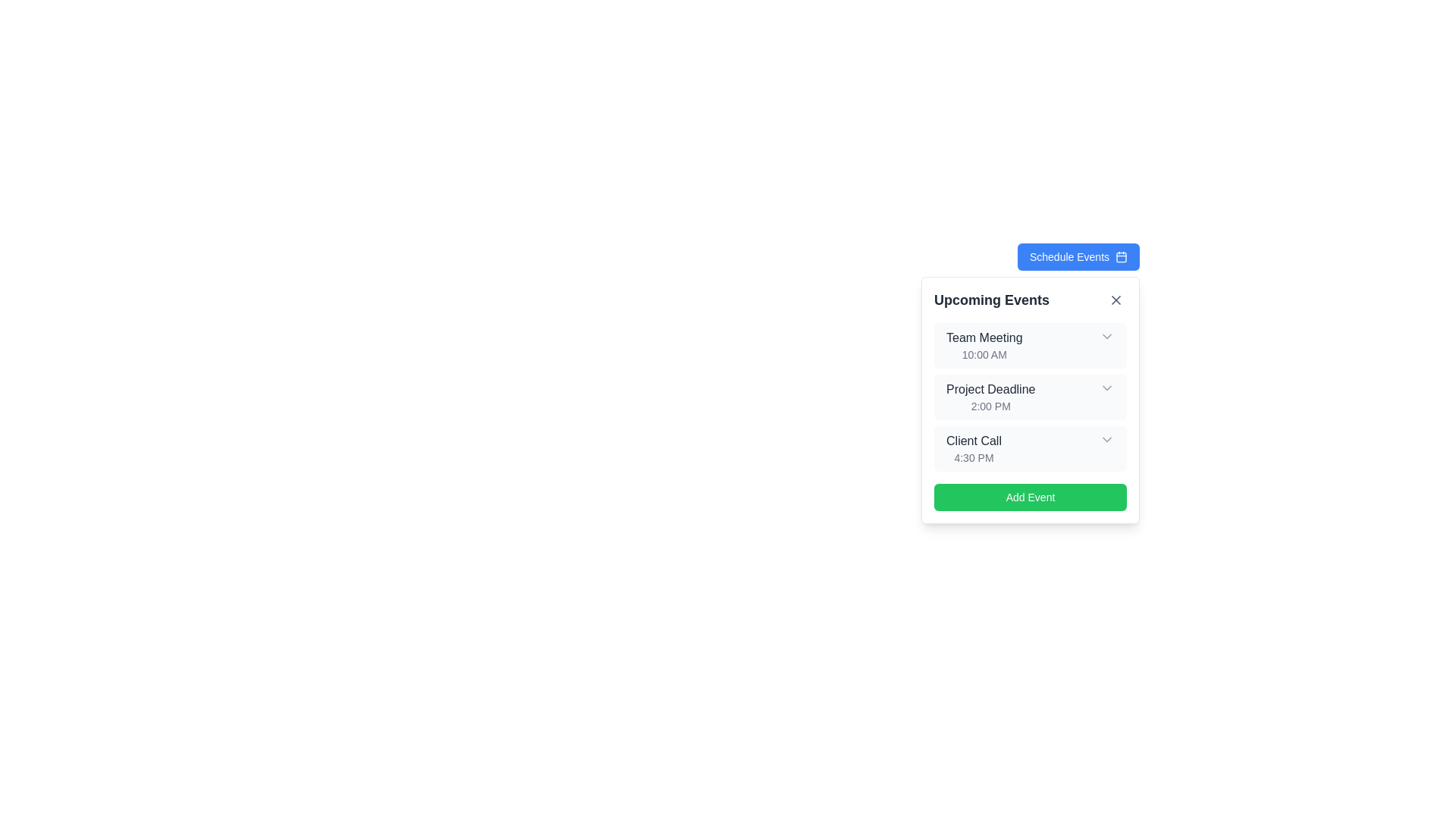 This screenshot has height=819, width=1456. Describe the element at coordinates (1116, 300) in the screenshot. I see `the close button located at the top-right corner of the 'Upcoming Events' section header to change its background color` at that location.